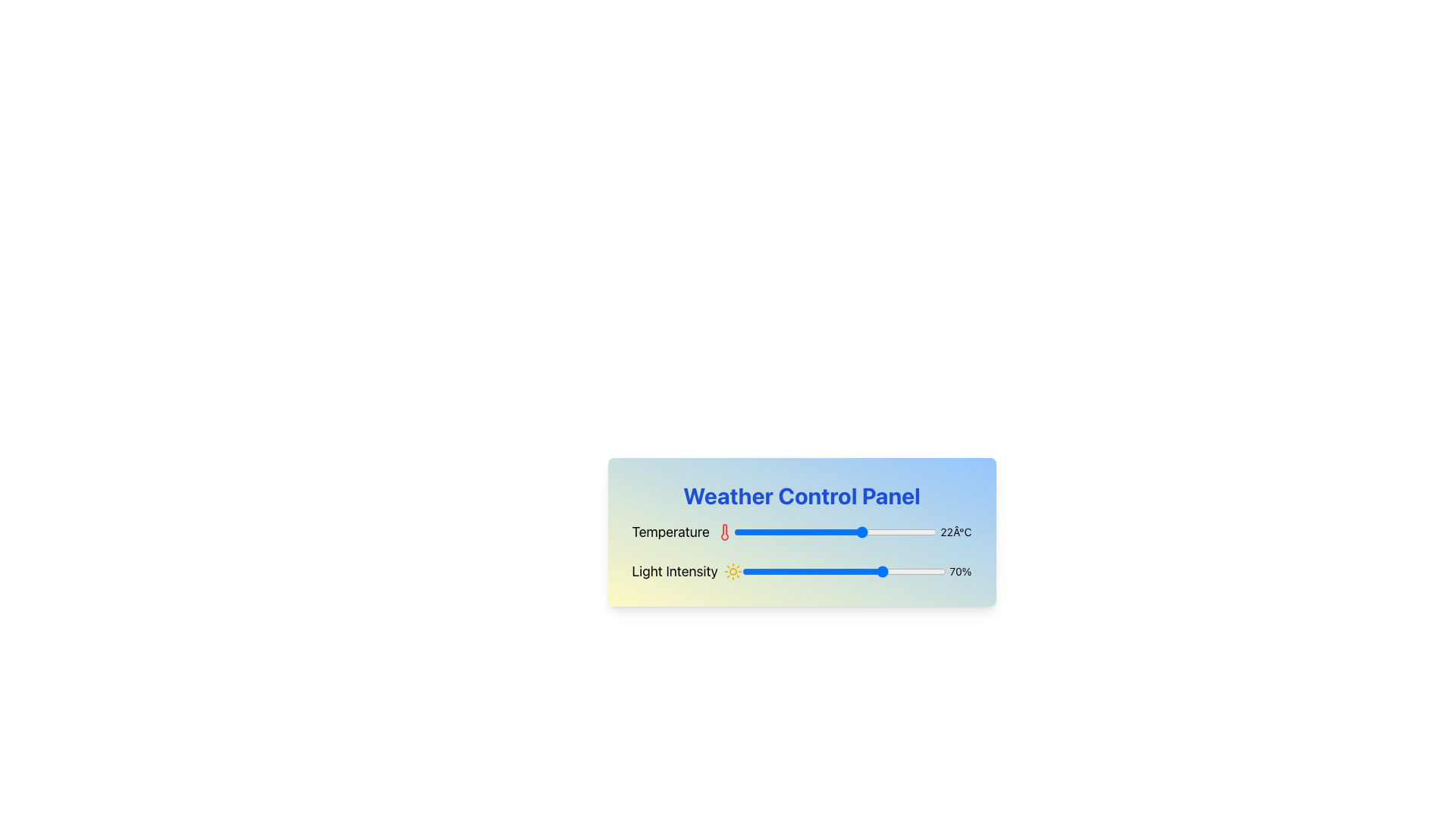 The image size is (1456, 819). Describe the element at coordinates (882, 571) in the screenshot. I see `light intensity` at that location.